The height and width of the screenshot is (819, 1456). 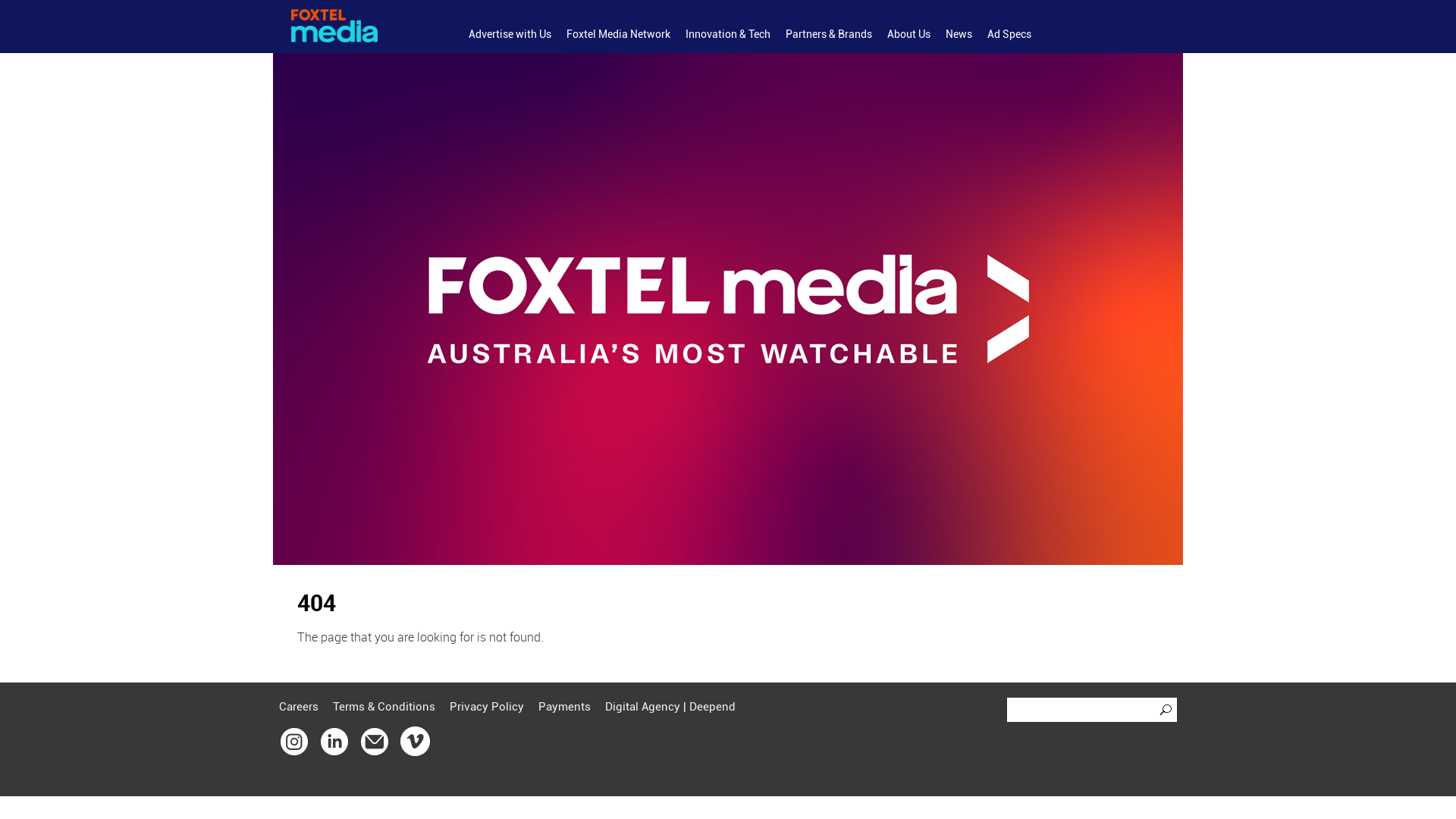 What do you see at coordinates (1009, 34) in the screenshot?
I see `'Ad Specs'` at bounding box center [1009, 34].